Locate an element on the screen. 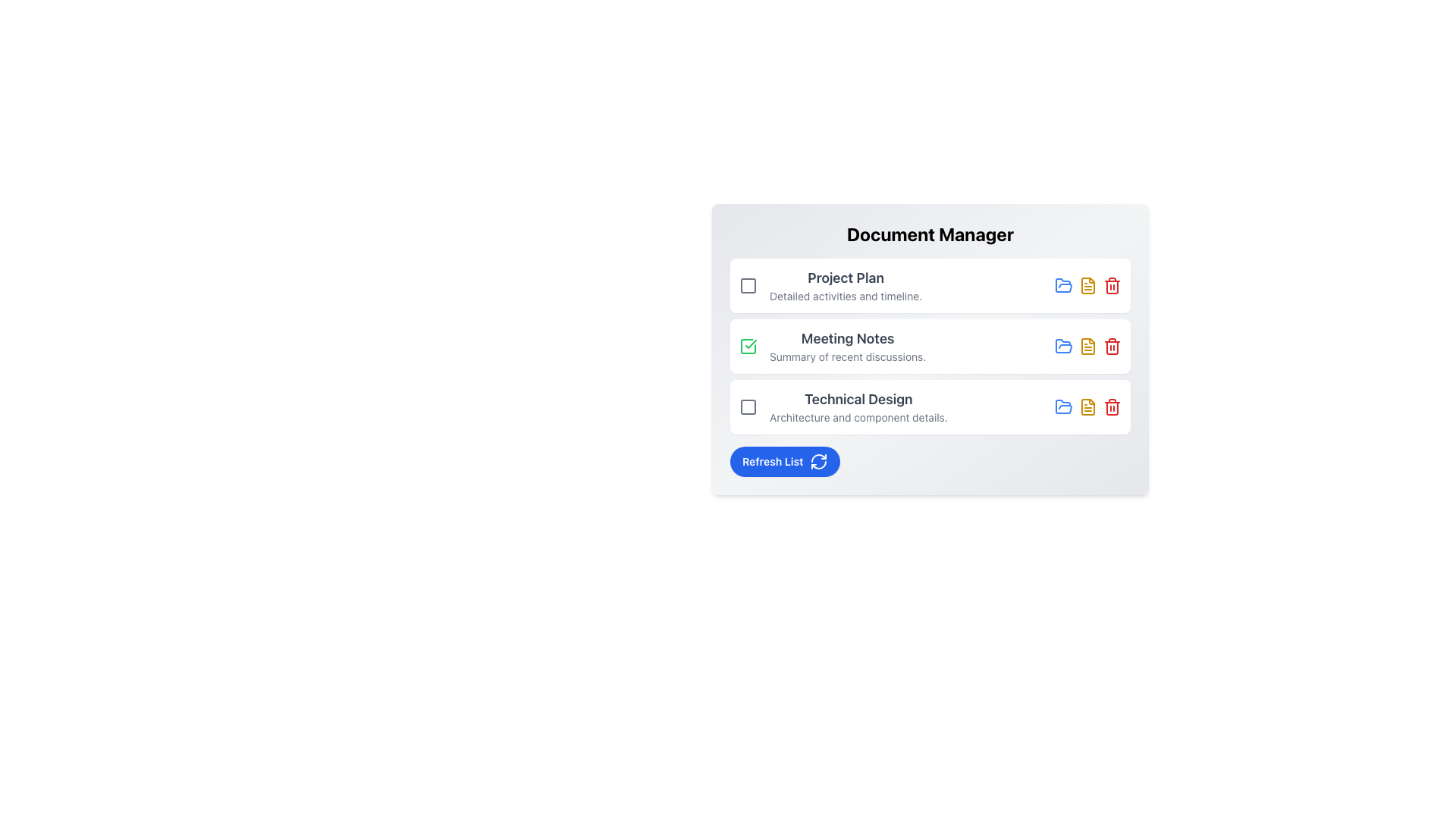 The width and height of the screenshot is (1456, 819). the SVG folder icon in the Document Manager interface is located at coordinates (1062, 286).